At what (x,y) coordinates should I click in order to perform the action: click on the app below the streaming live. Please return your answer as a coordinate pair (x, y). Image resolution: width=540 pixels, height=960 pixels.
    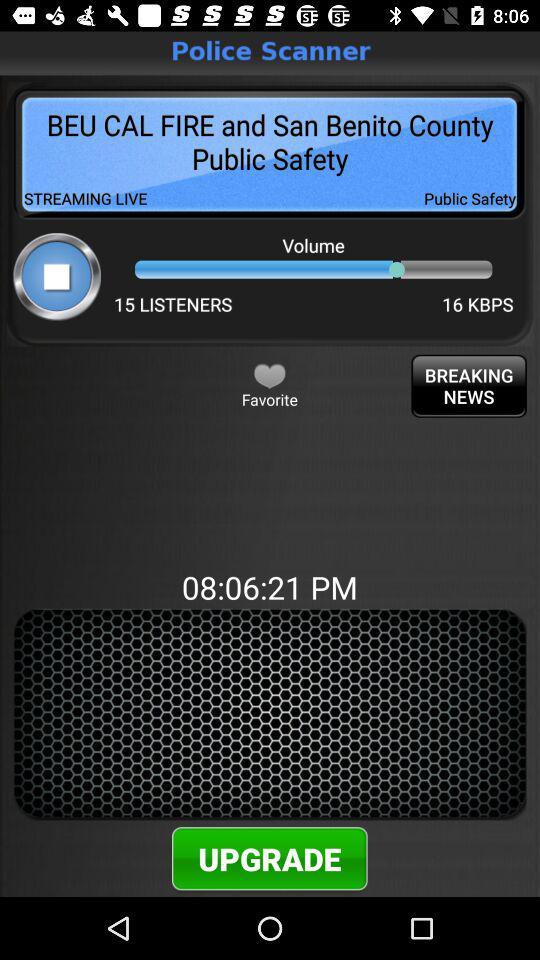
    Looking at the image, I should click on (57, 275).